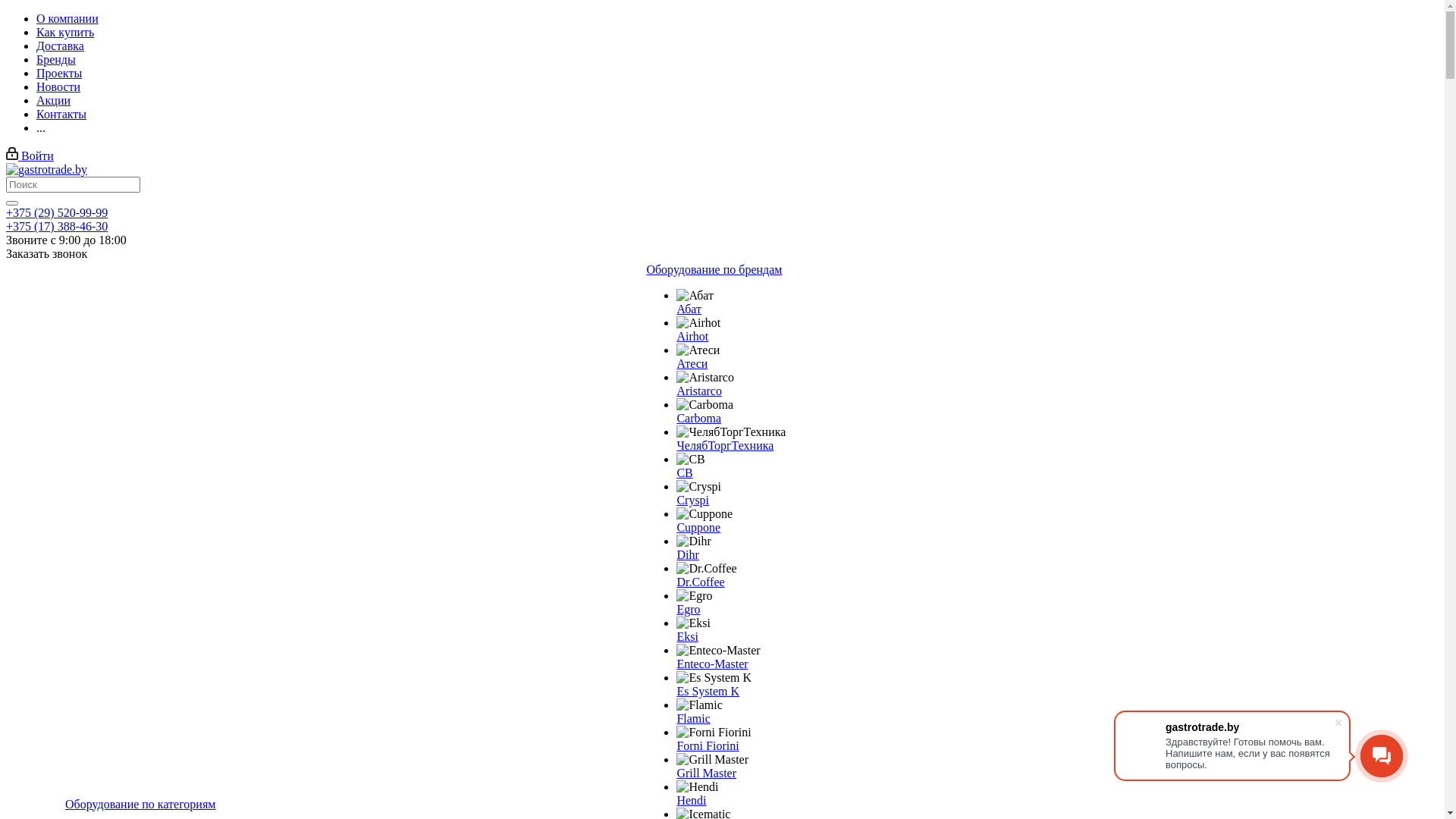 This screenshot has height=819, width=1456. Describe the element at coordinates (704, 403) in the screenshot. I see `'Carboma'` at that location.